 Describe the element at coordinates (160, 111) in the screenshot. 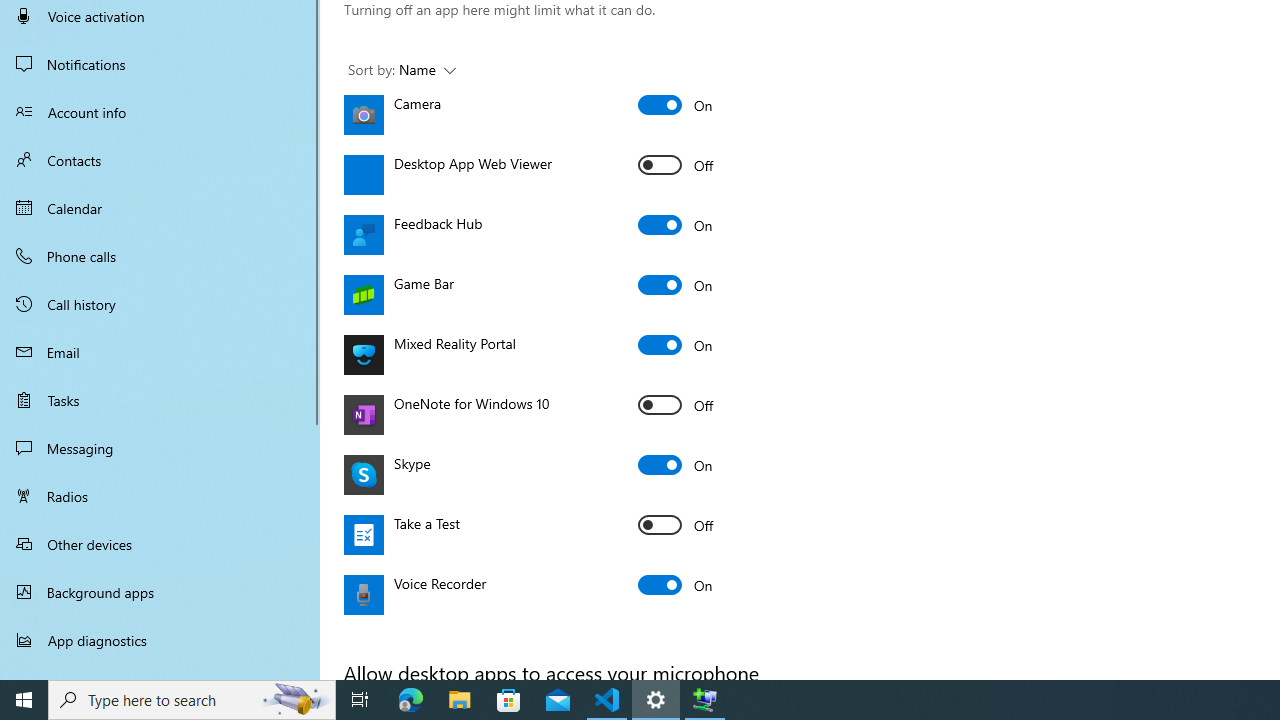

I see `'Account info'` at that location.